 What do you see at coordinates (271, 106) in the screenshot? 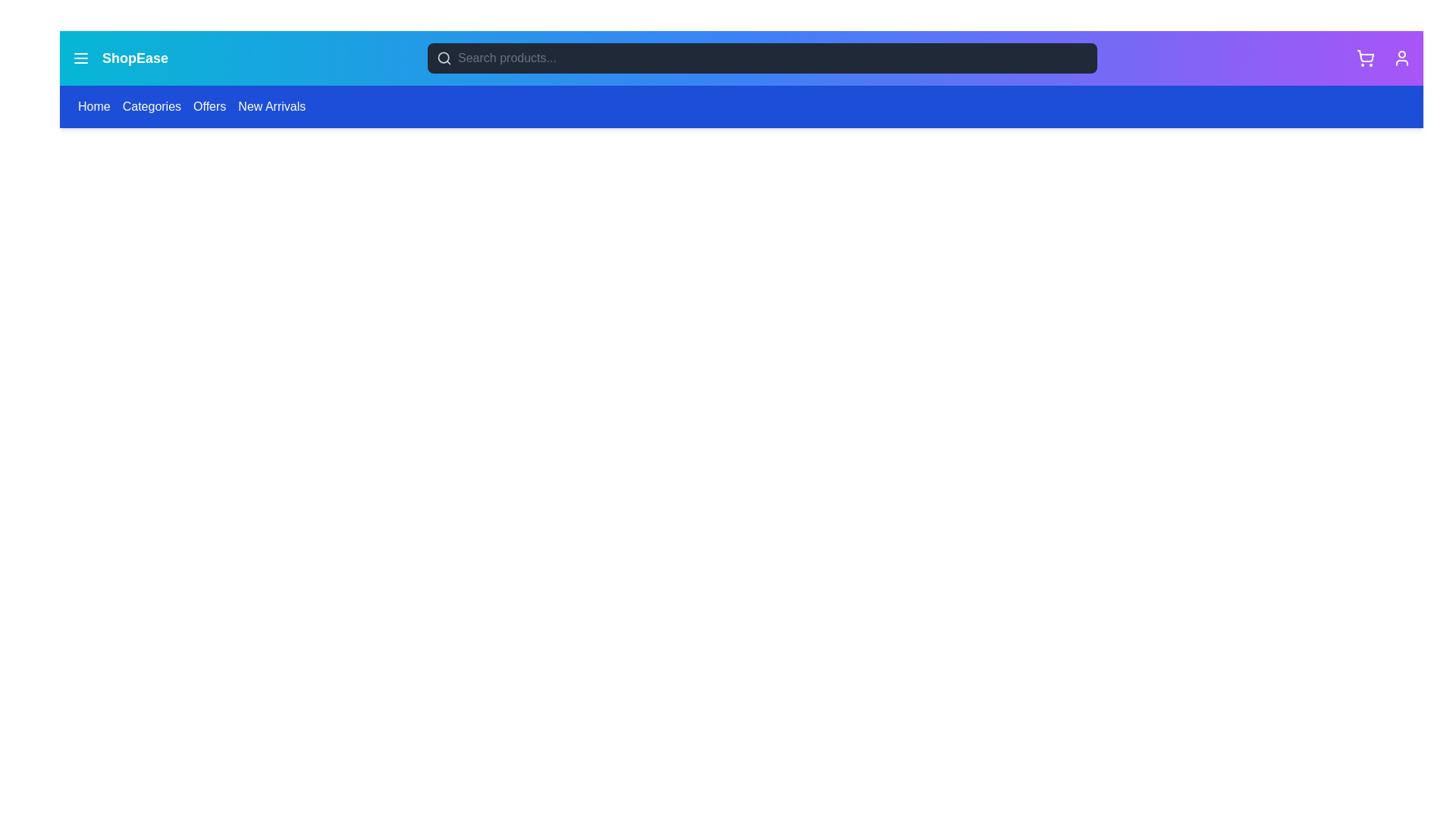
I see `the fourth item in the horizontal navigation bar, labeled 'New Arrivals'` at bounding box center [271, 106].